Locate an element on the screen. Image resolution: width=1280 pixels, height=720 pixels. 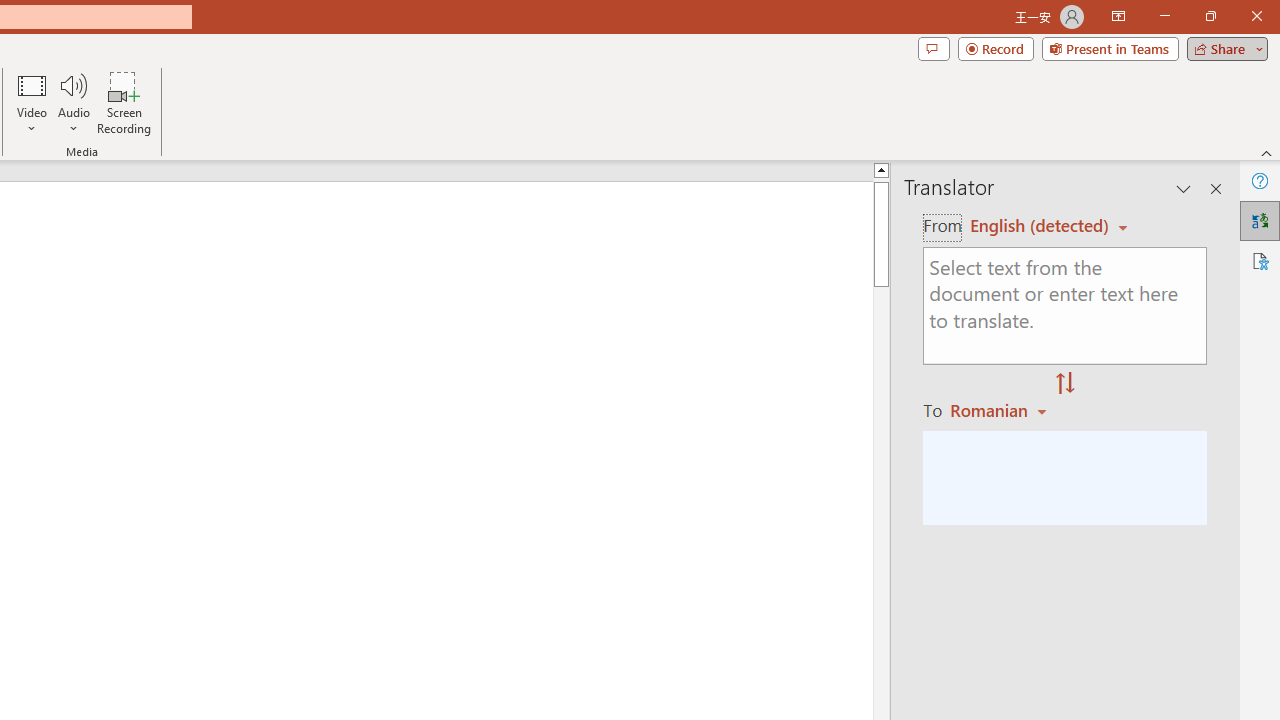
'Czech (detected)' is located at coordinates (1040, 225).